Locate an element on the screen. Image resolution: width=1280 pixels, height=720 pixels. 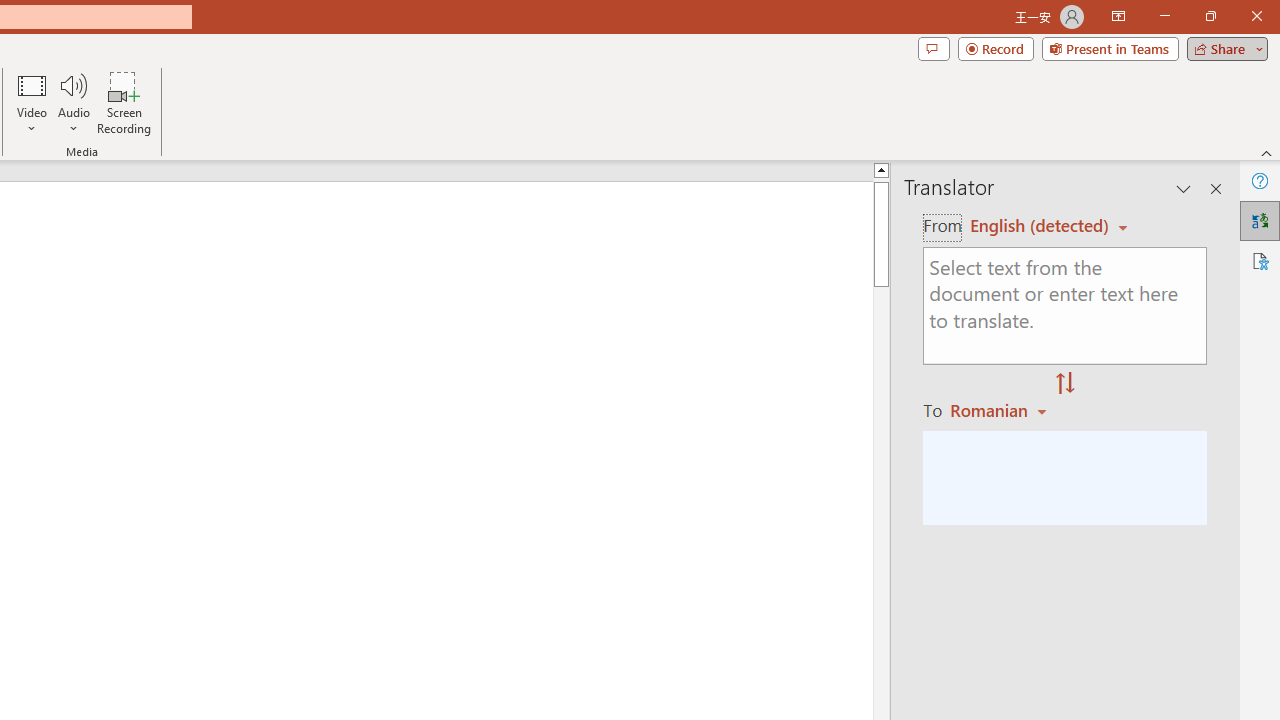
'Czech (detected)' is located at coordinates (1040, 225).